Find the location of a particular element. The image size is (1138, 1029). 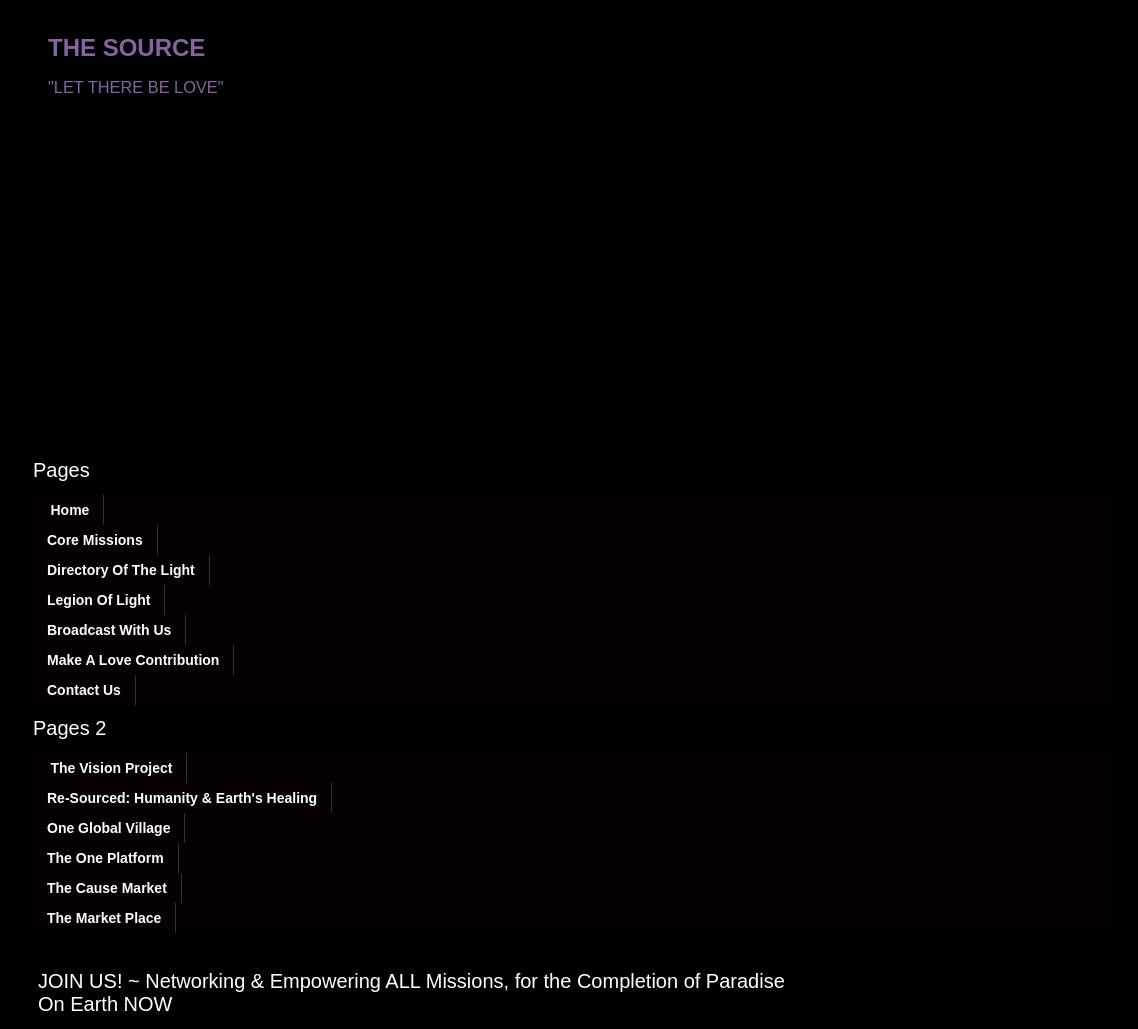

'Pages' is located at coordinates (59, 470).